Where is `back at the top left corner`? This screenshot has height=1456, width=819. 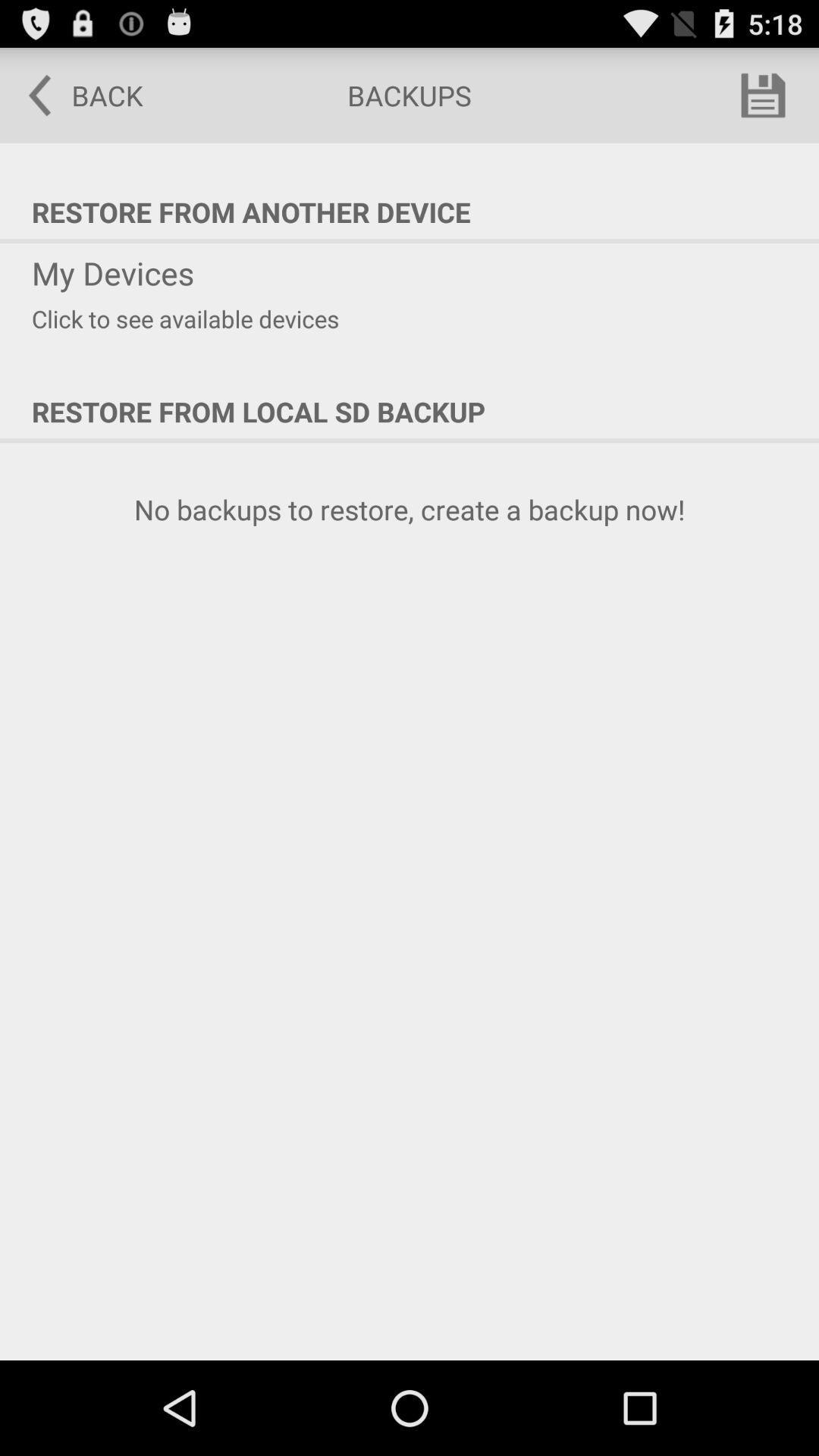
back at the top left corner is located at coordinates (75, 94).